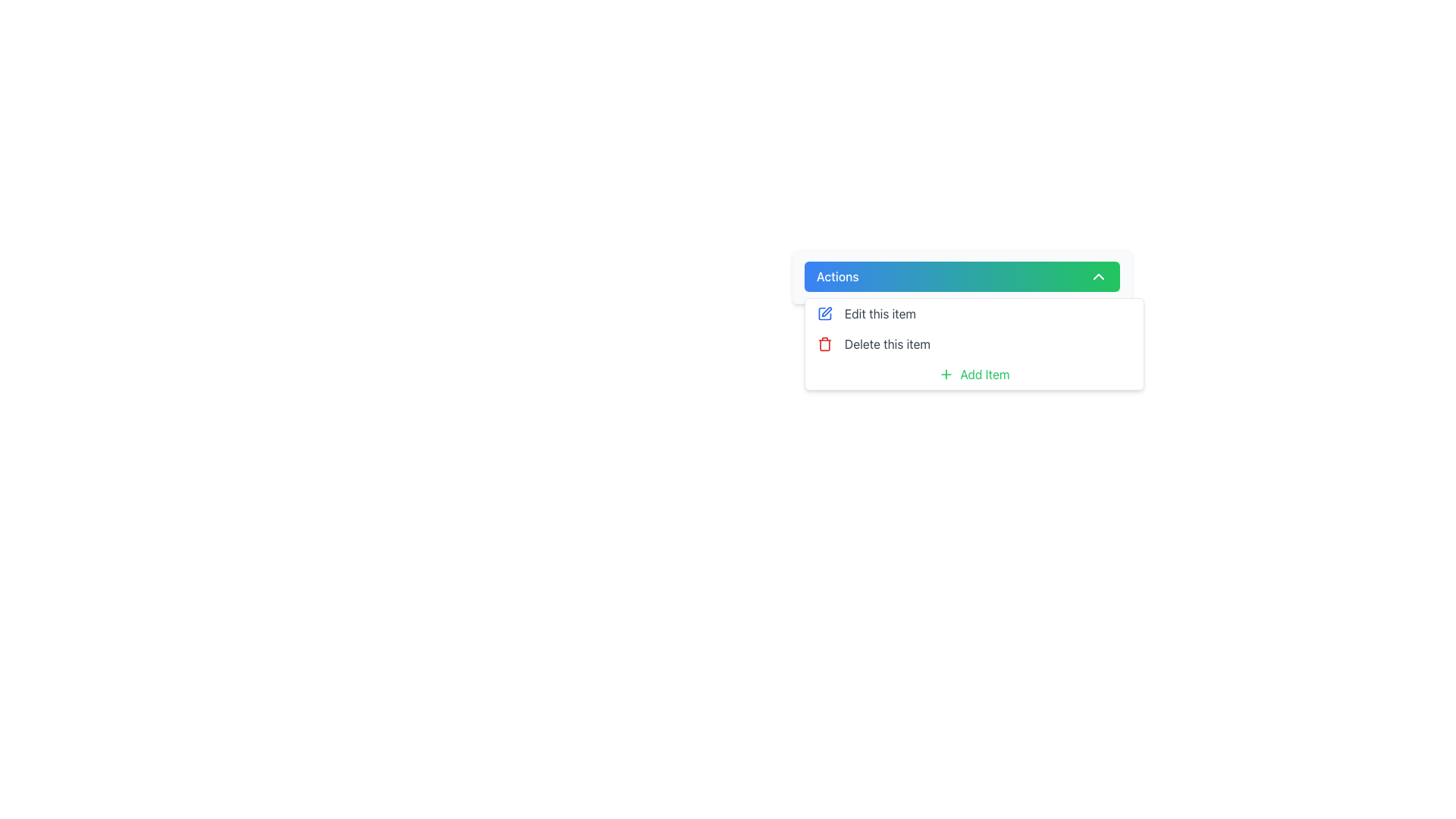 Image resolution: width=1456 pixels, height=819 pixels. Describe the element at coordinates (824, 344) in the screenshot. I see `the red trash can icon button next to the 'Delete this item' label` at that location.